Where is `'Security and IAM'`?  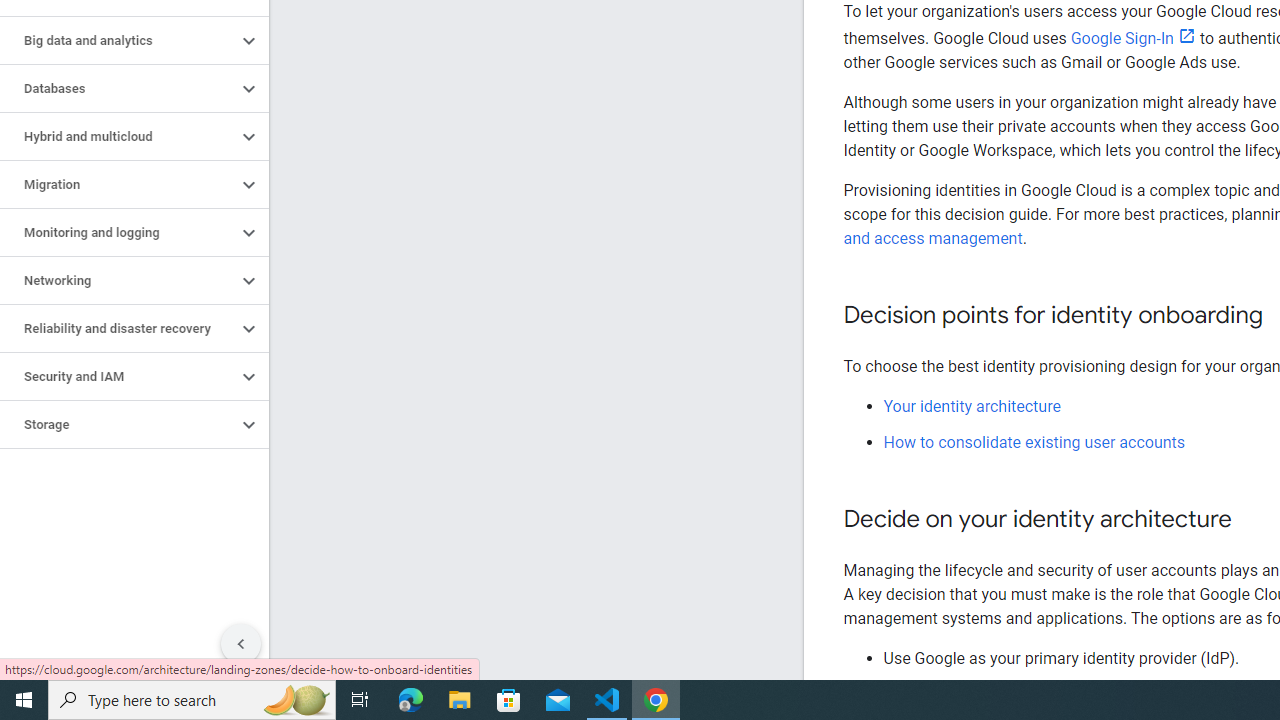 'Security and IAM' is located at coordinates (117, 376).